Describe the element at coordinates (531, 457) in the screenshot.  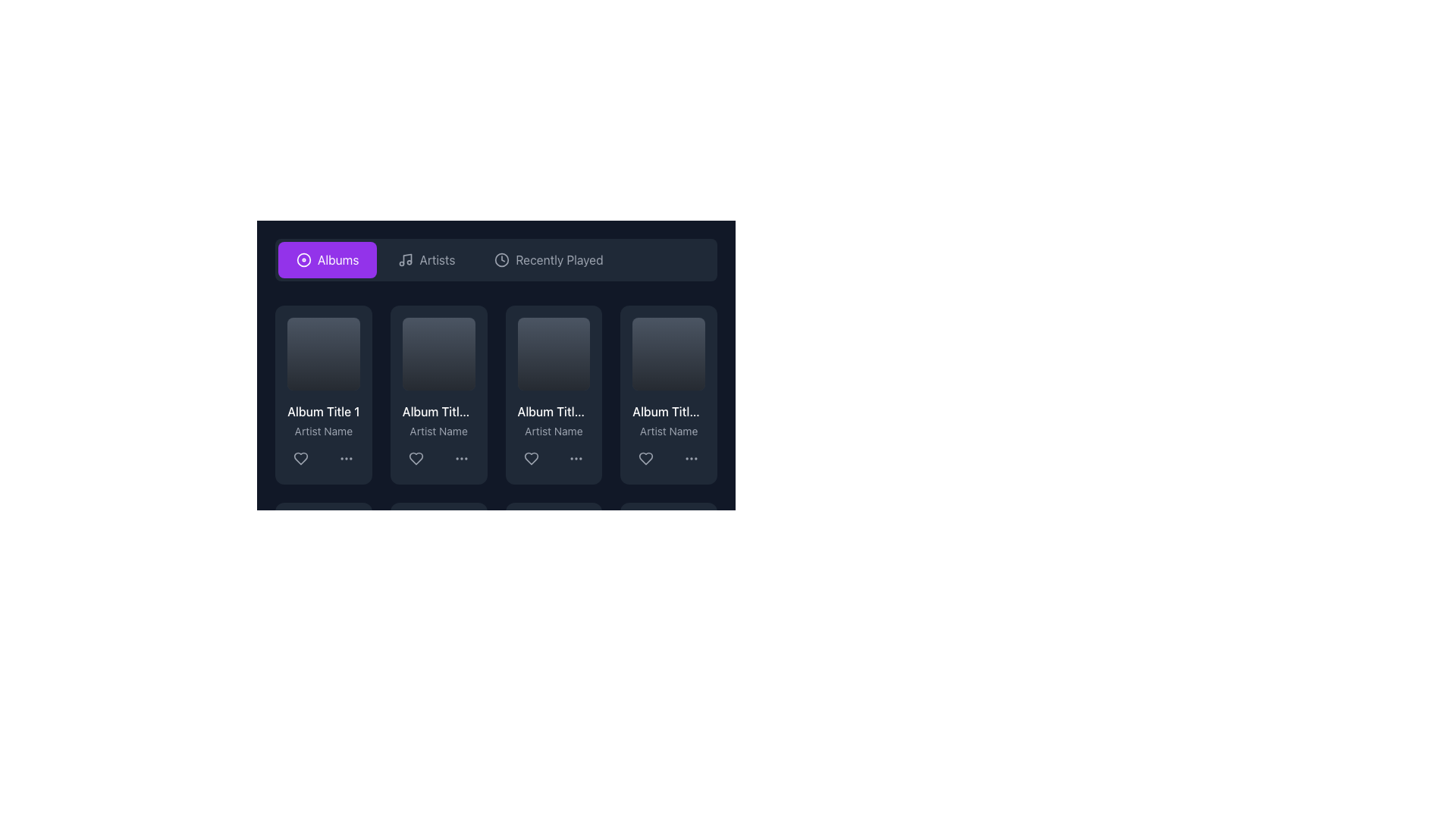
I see `the heart icon button located below 'Artist Name' in the third card from the left in the album grid to like or unlike the album` at that location.